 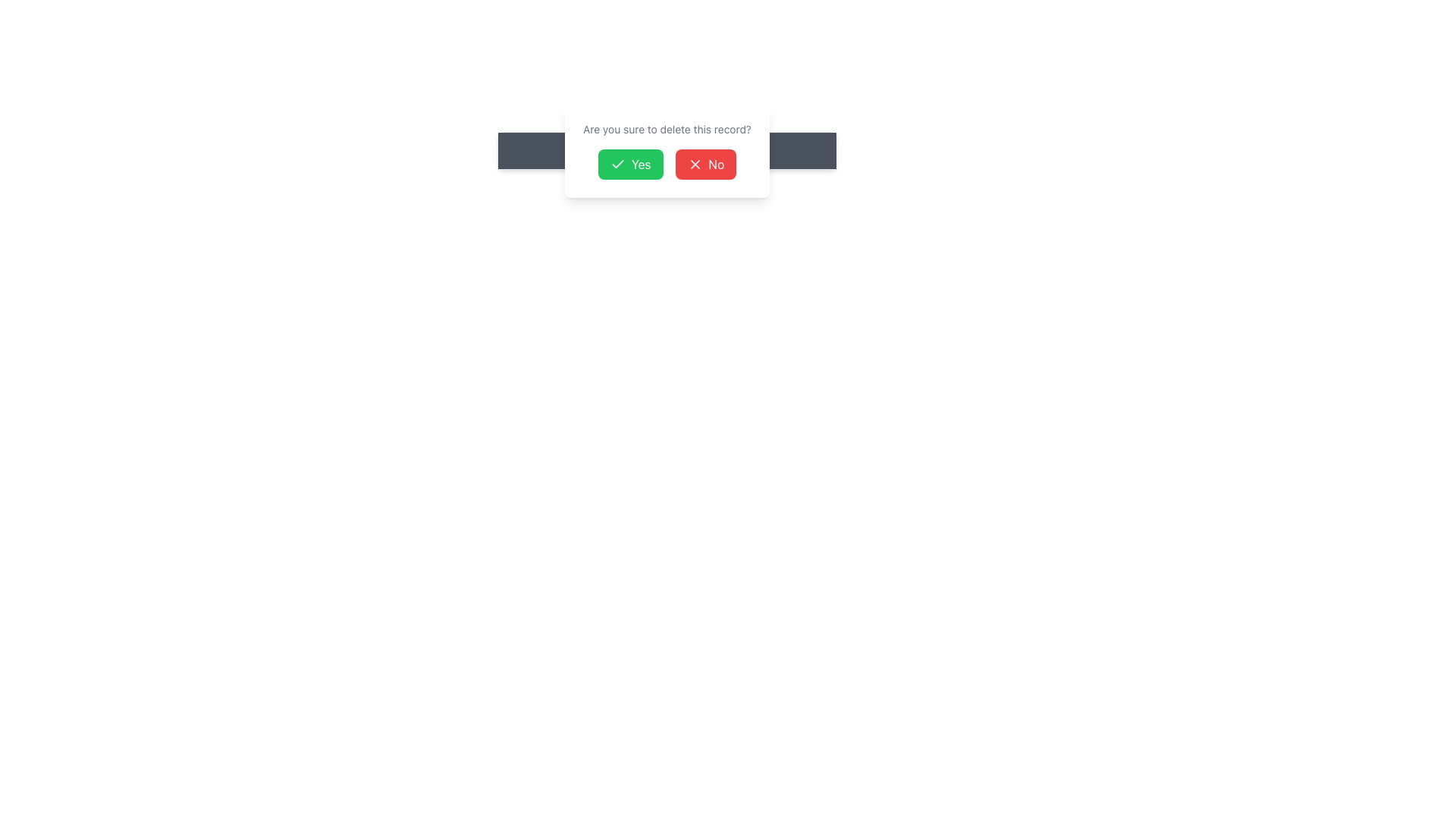 What do you see at coordinates (630, 164) in the screenshot?
I see `the green button with a white checkmark icon and the word 'Yes'` at bounding box center [630, 164].